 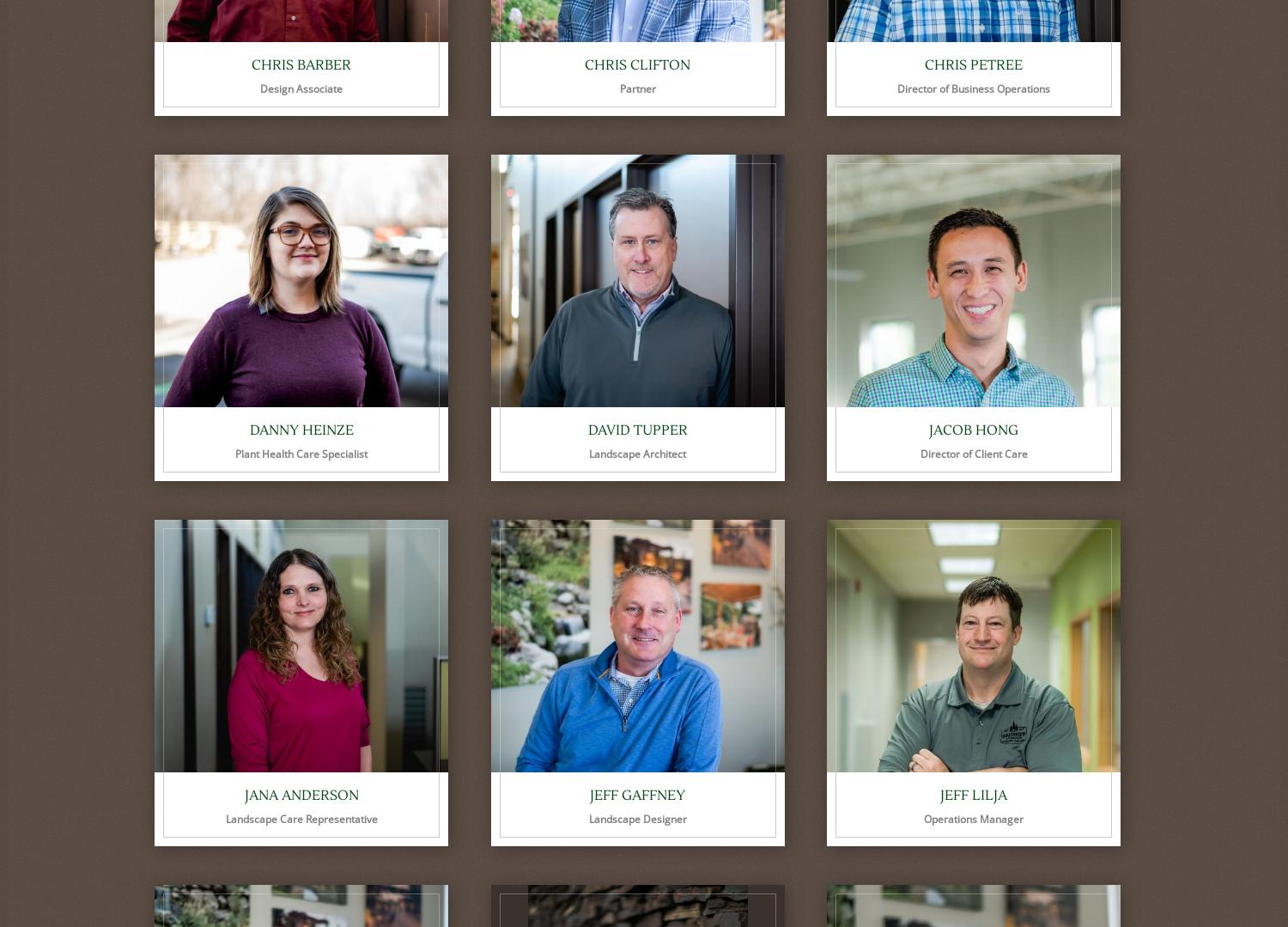 What do you see at coordinates (974, 819) in the screenshot?
I see `'Operations Manager'` at bounding box center [974, 819].